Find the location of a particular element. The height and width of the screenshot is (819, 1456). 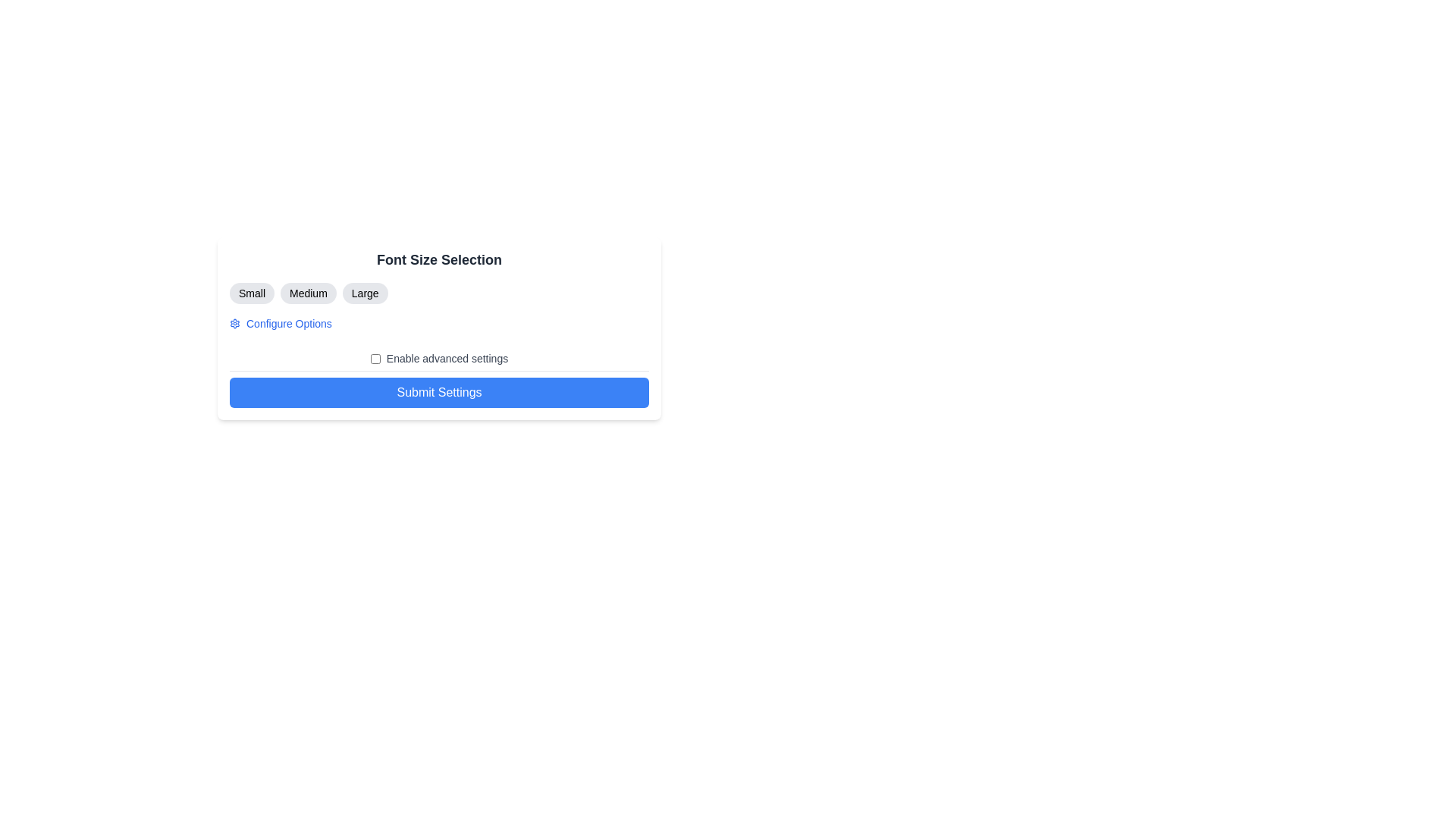

the 'Configure Options' button link with a settings icon is located at coordinates (281, 323).